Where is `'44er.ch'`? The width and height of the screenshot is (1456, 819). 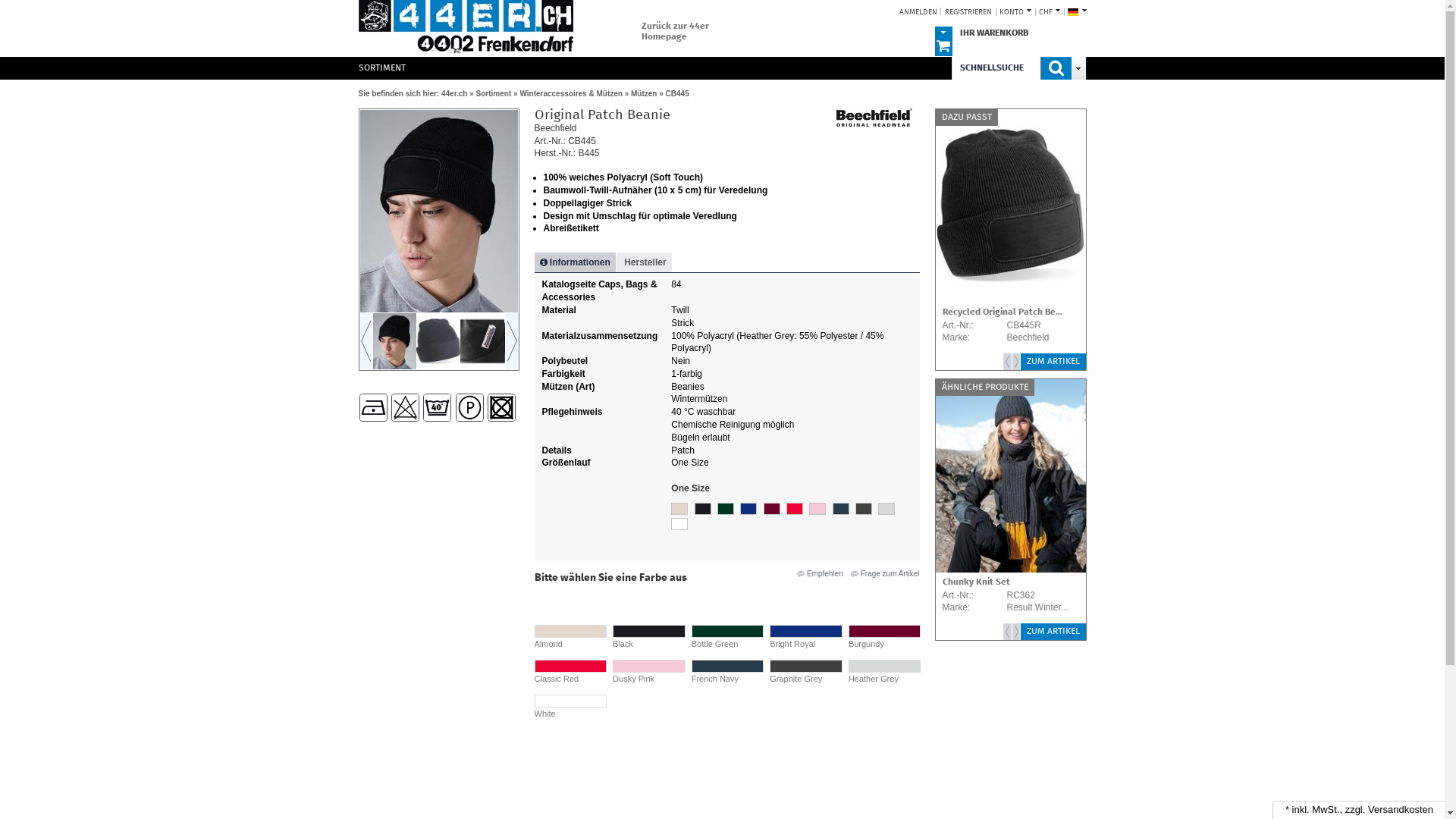 '44er.ch' is located at coordinates (464, 28).